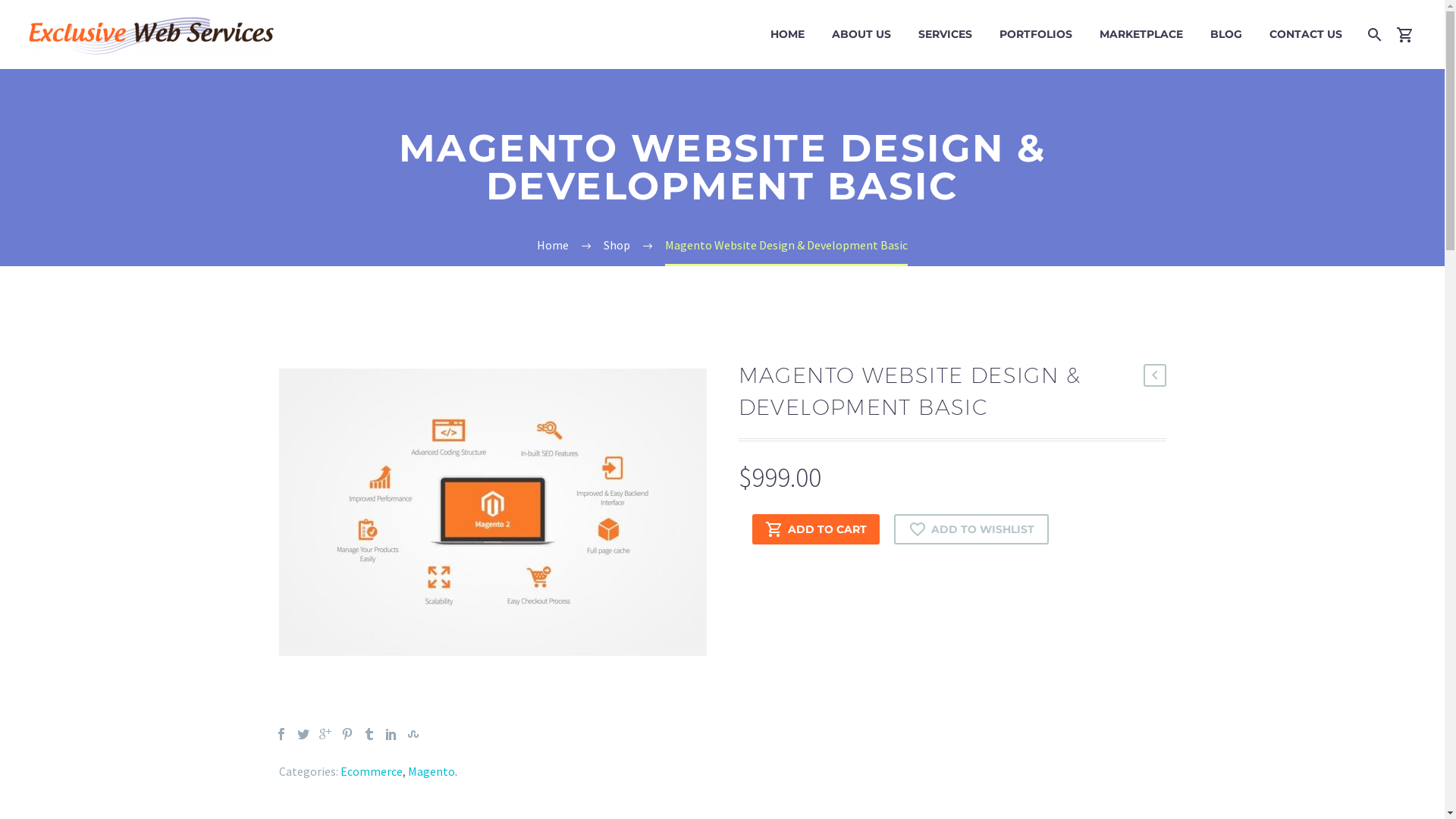  What do you see at coordinates (371, 771) in the screenshot?
I see `'Ecommerce'` at bounding box center [371, 771].